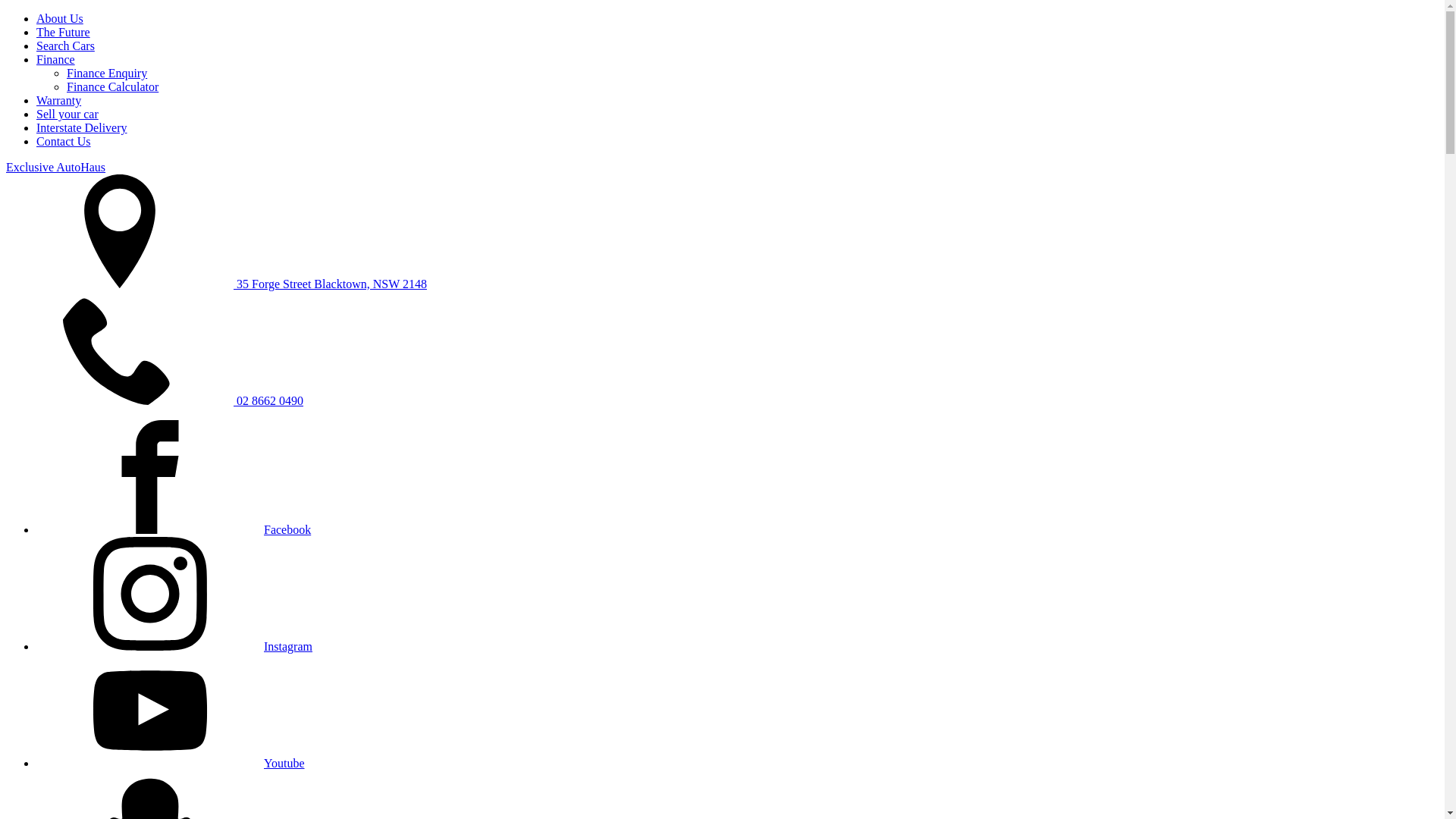 The height and width of the screenshot is (819, 1456). Describe the element at coordinates (65, 86) in the screenshot. I see `'Finance Calculator'` at that location.